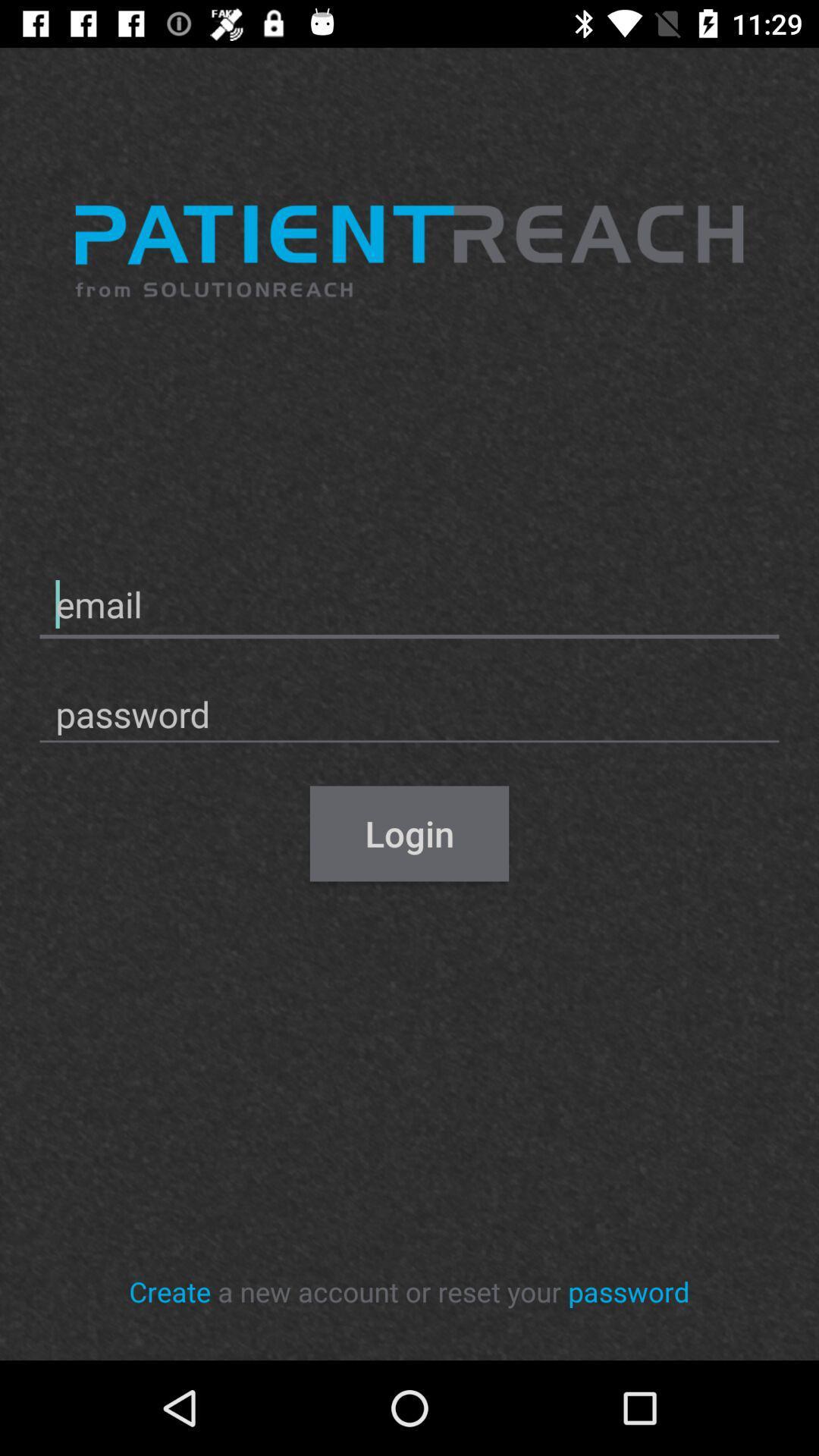 The width and height of the screenshot is (819, 1456). Describe the element at coordinates (629, 1291) in the screenshot. I see `the icon to the right of the a new account icon` at that location.